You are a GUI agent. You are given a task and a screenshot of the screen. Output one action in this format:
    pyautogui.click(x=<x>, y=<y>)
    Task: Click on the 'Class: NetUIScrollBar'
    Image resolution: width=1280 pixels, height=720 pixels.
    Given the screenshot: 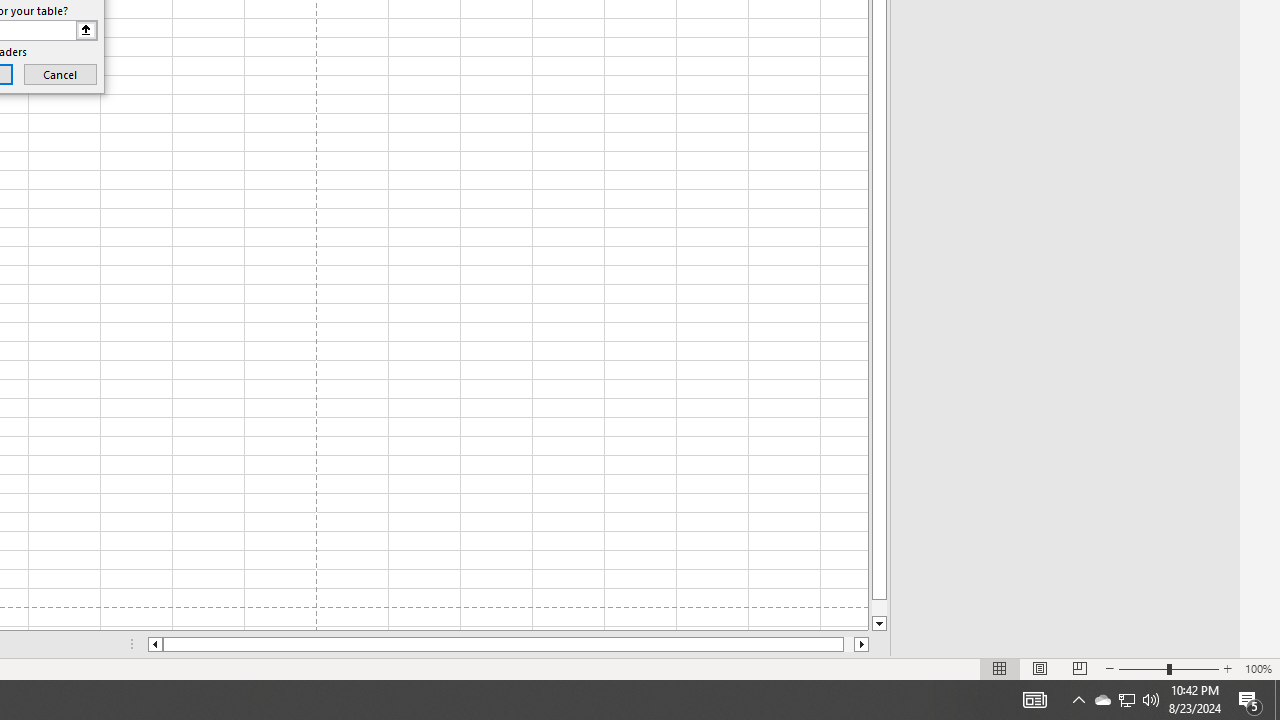 What is the action you would take?
    pyautogui.click(x=508, y=644)
    